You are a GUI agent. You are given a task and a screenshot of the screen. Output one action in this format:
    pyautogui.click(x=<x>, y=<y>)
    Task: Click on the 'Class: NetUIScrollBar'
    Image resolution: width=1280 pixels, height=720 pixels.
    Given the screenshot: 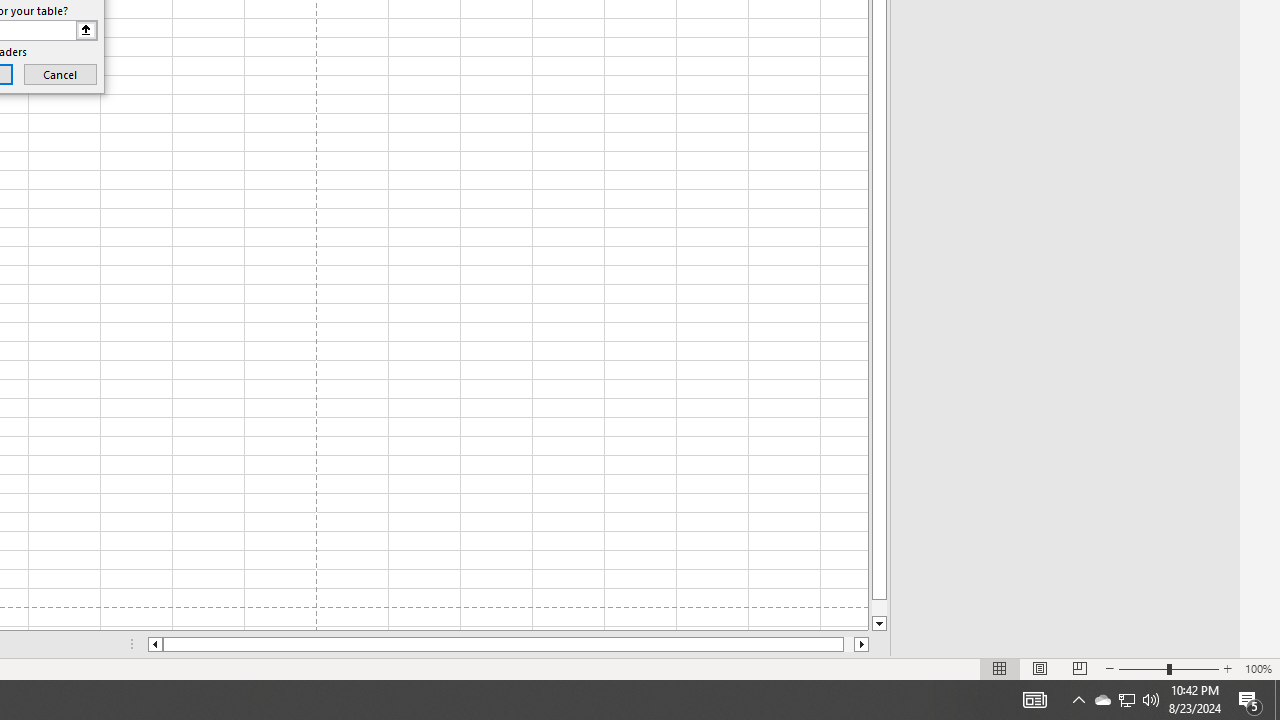 What is the action you would take?
    pyautogui.click(x=508, y=644)
    